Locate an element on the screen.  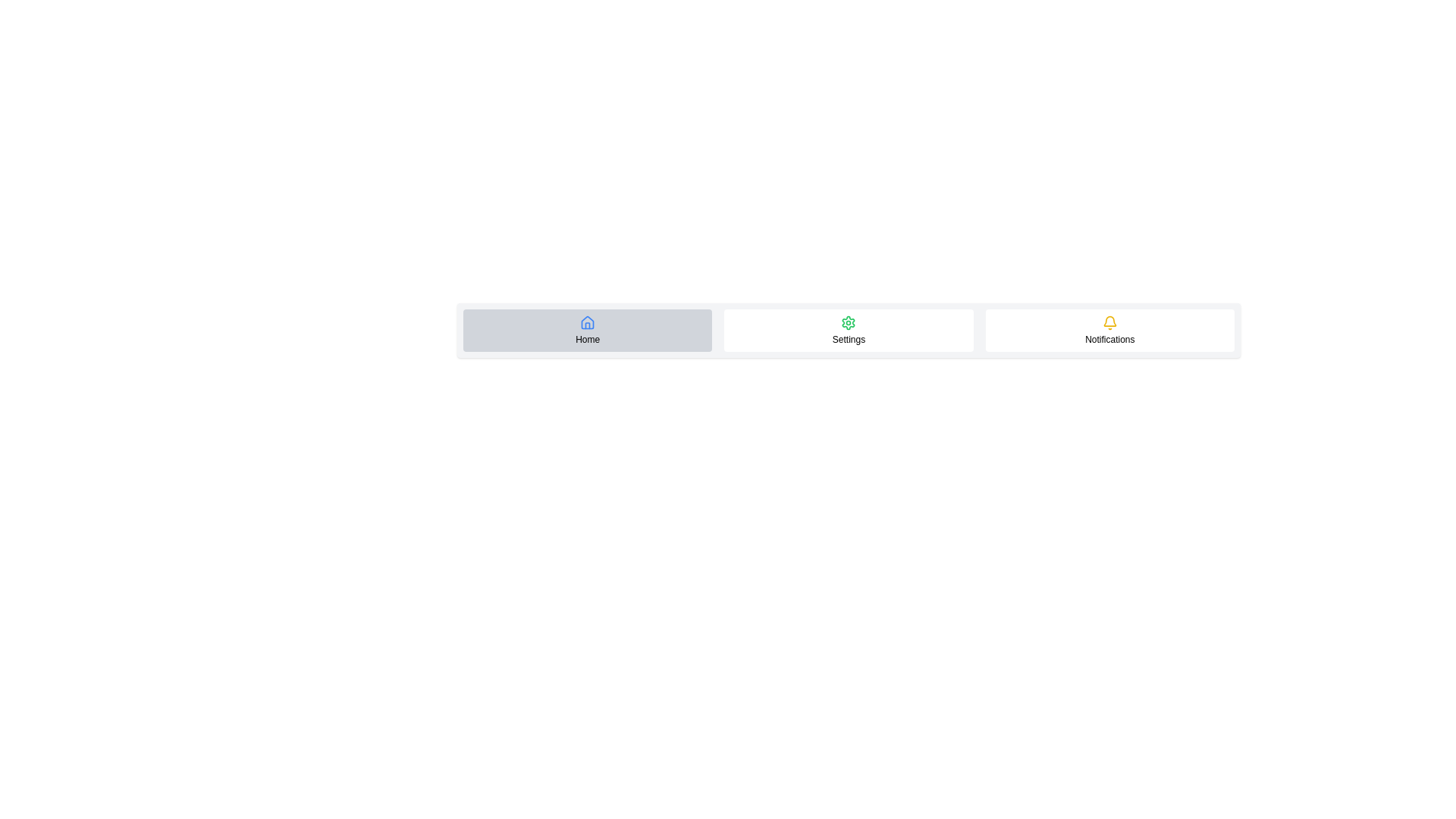
the 'Settings' icon located in the navigation bar, which is the second item from the left is located at coordinates (848, 322).